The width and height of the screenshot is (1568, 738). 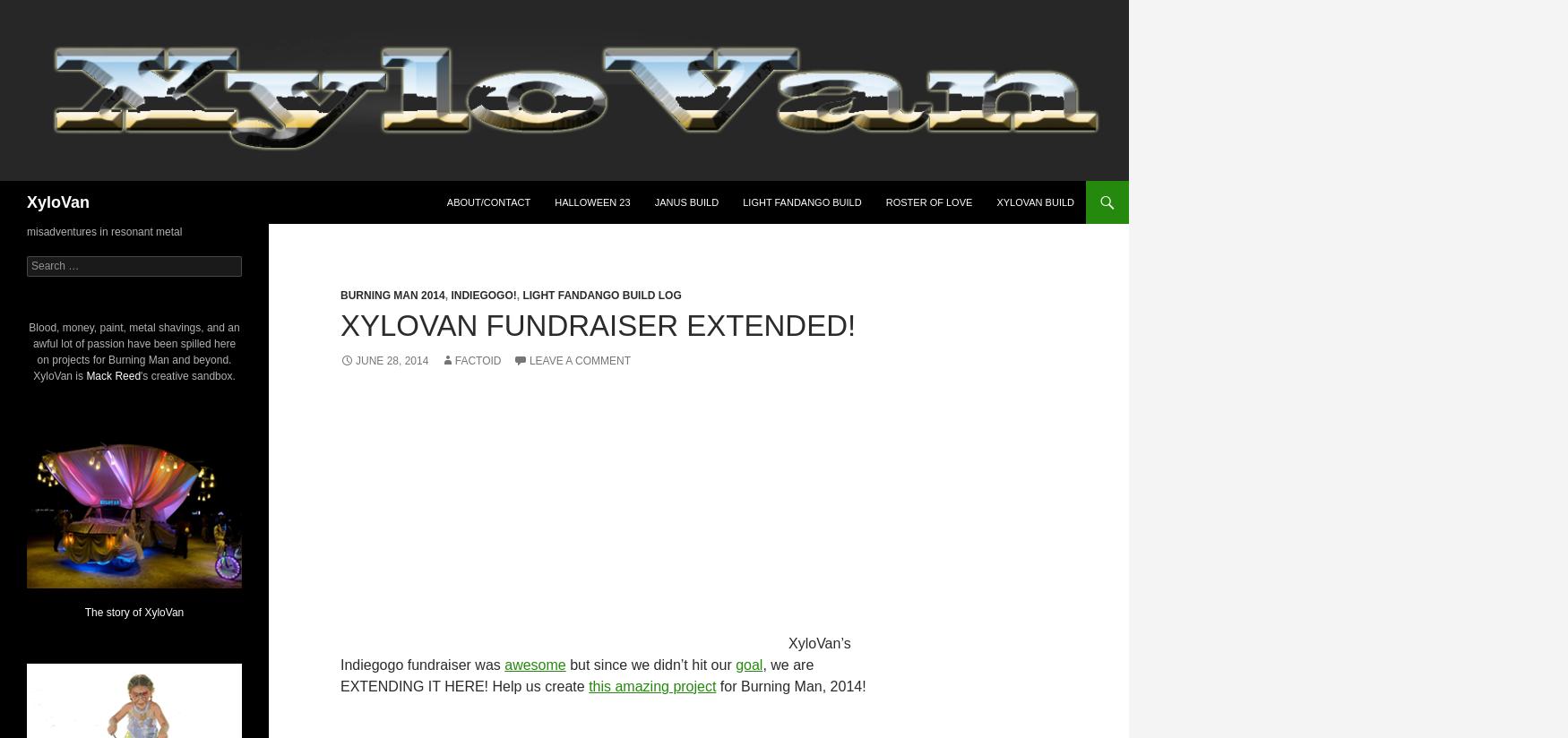 What do you see at coordinates (133, 613) in the screenshot?
I see `'The story of XyloVan'` at bounding box center [133, 613].